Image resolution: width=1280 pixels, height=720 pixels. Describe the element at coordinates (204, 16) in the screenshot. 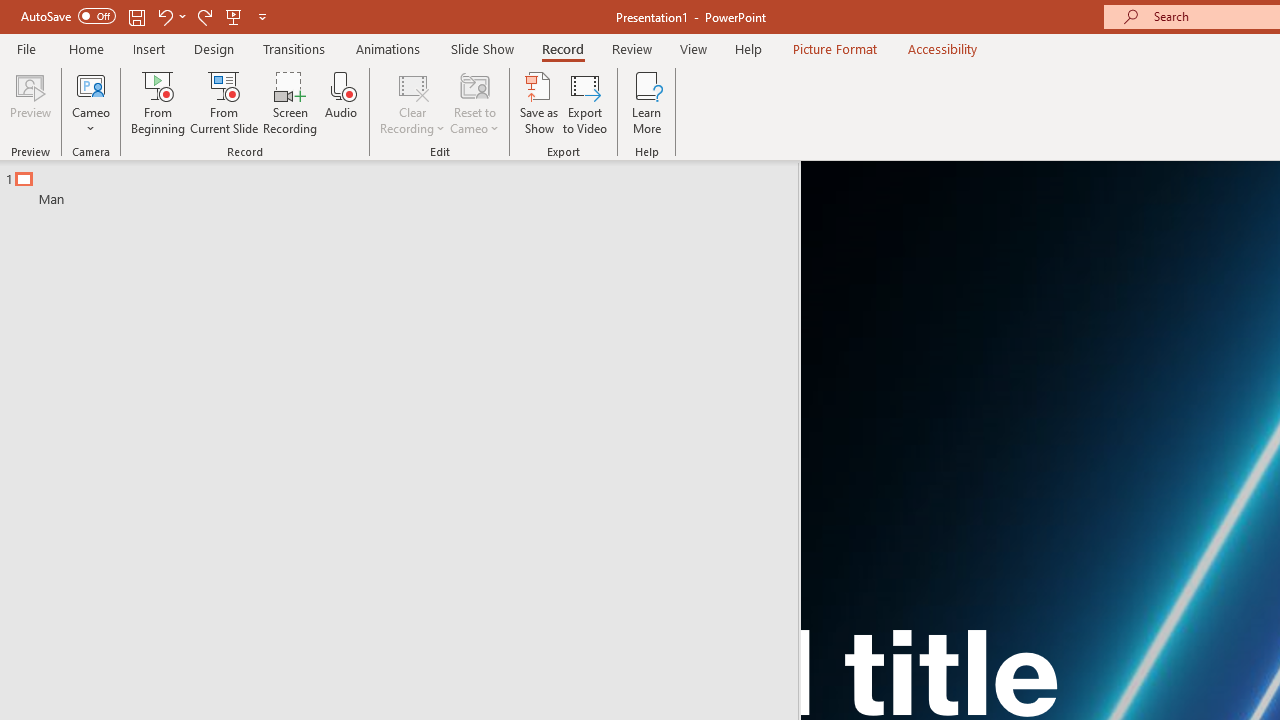

I see `'Redo'` at that location.